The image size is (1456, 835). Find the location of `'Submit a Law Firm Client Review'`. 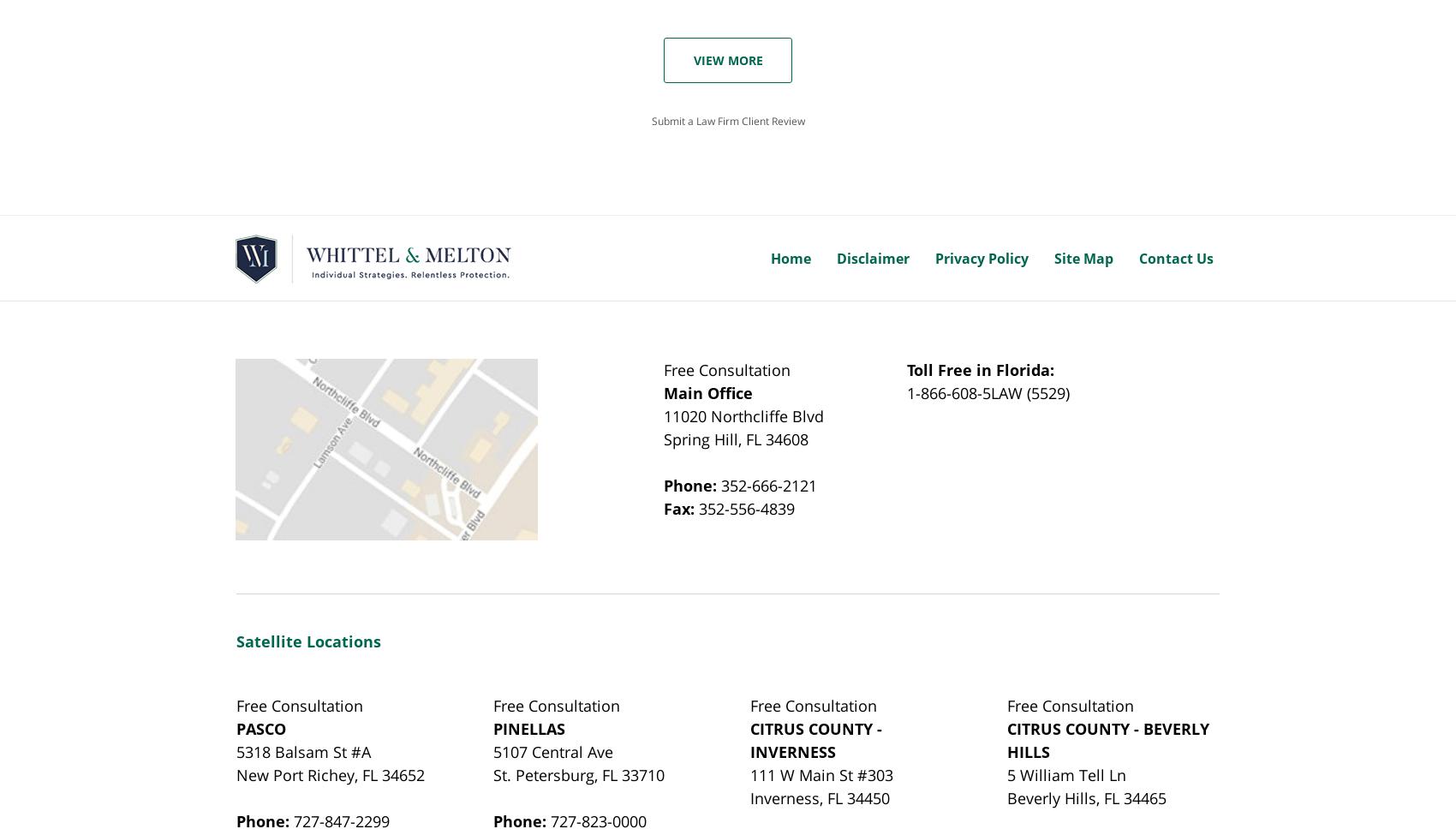

'Submit a Law Firm Client Review' is located at coordinates (726, 120).